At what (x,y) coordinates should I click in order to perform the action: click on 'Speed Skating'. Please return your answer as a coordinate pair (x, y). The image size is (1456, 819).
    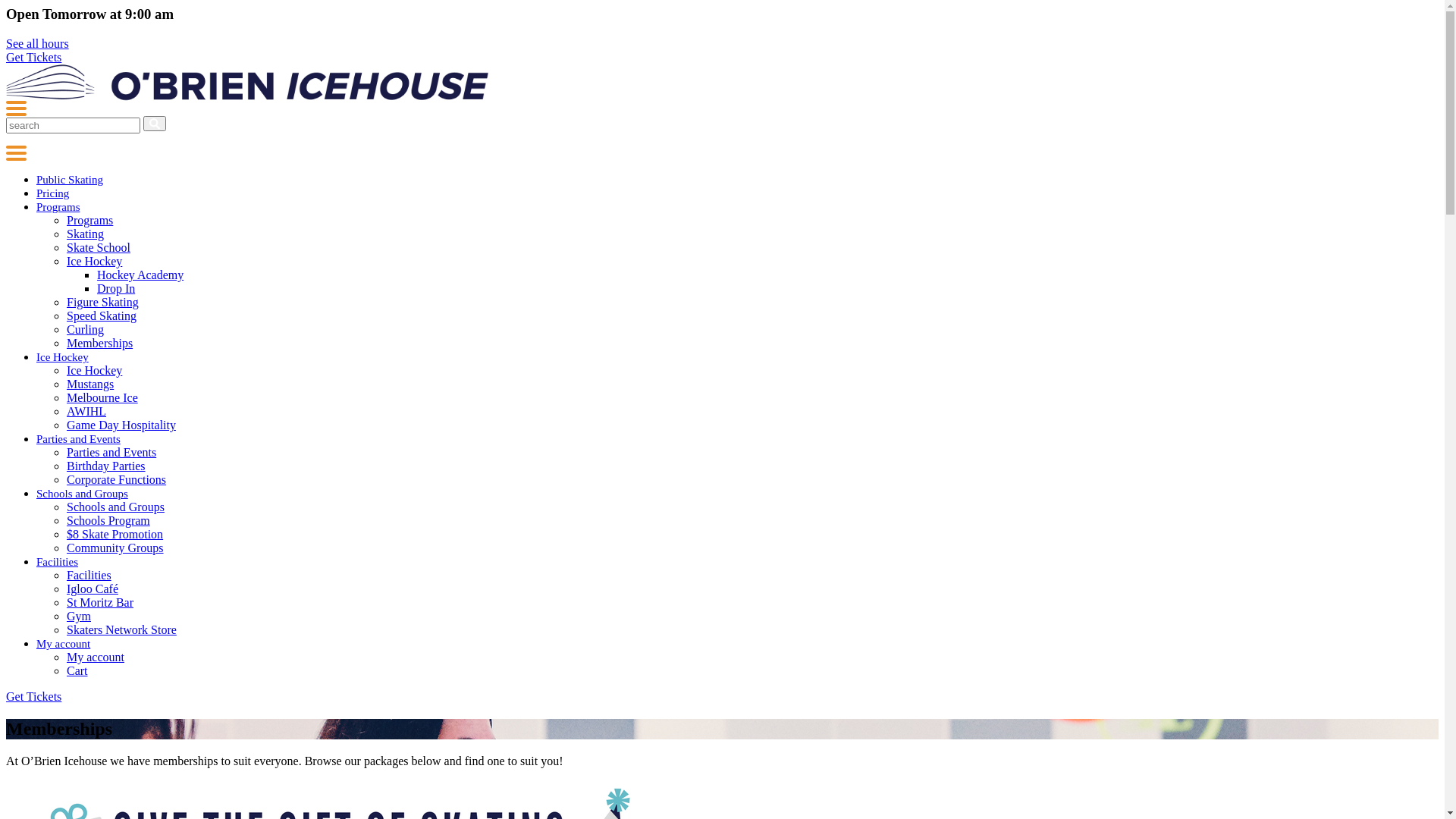
    Looking at the image, I should click on (101, 315).